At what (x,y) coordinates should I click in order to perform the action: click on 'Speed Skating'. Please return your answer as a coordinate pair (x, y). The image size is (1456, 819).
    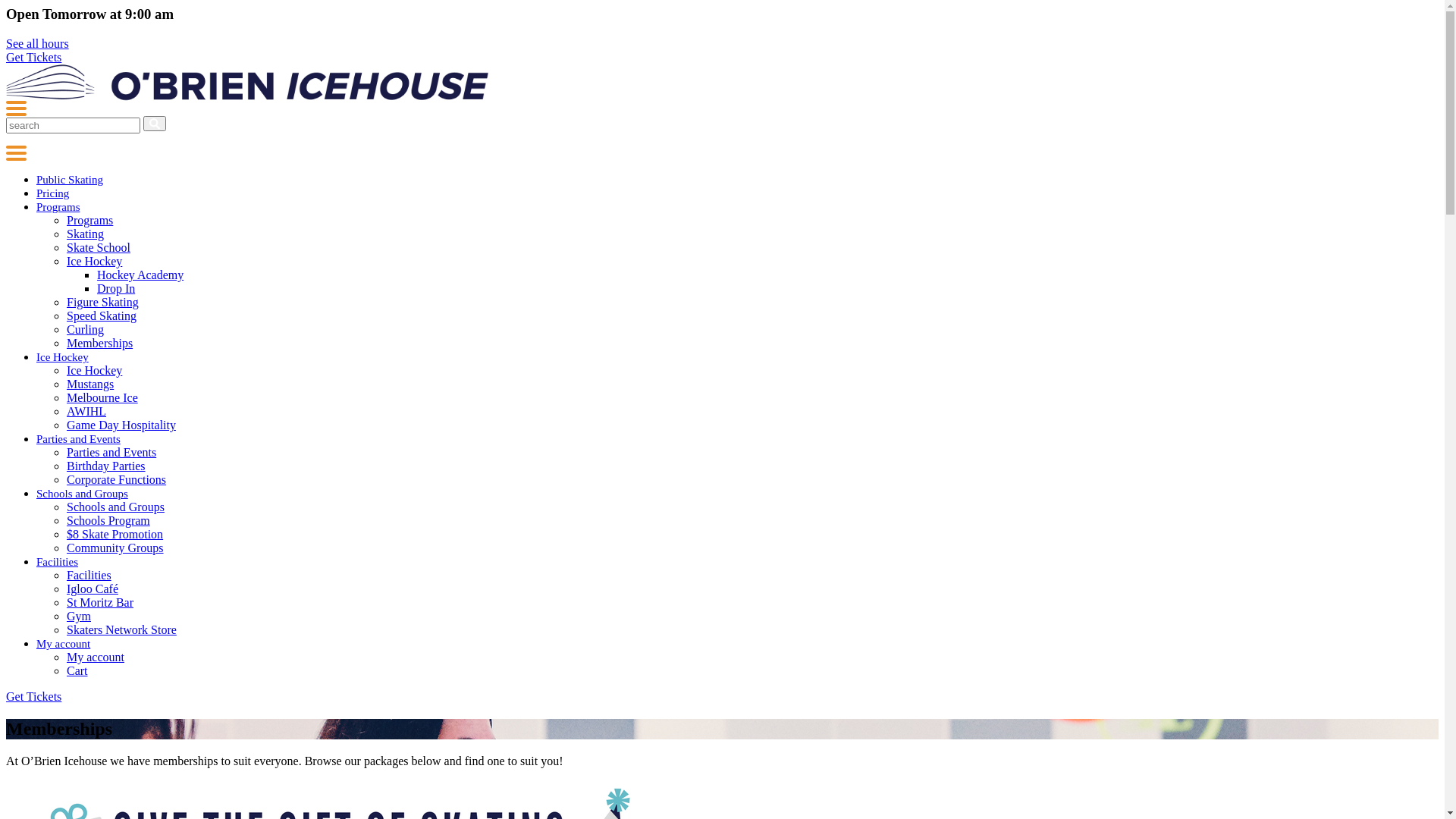
    Looking at the image, I should click on (101, 315).